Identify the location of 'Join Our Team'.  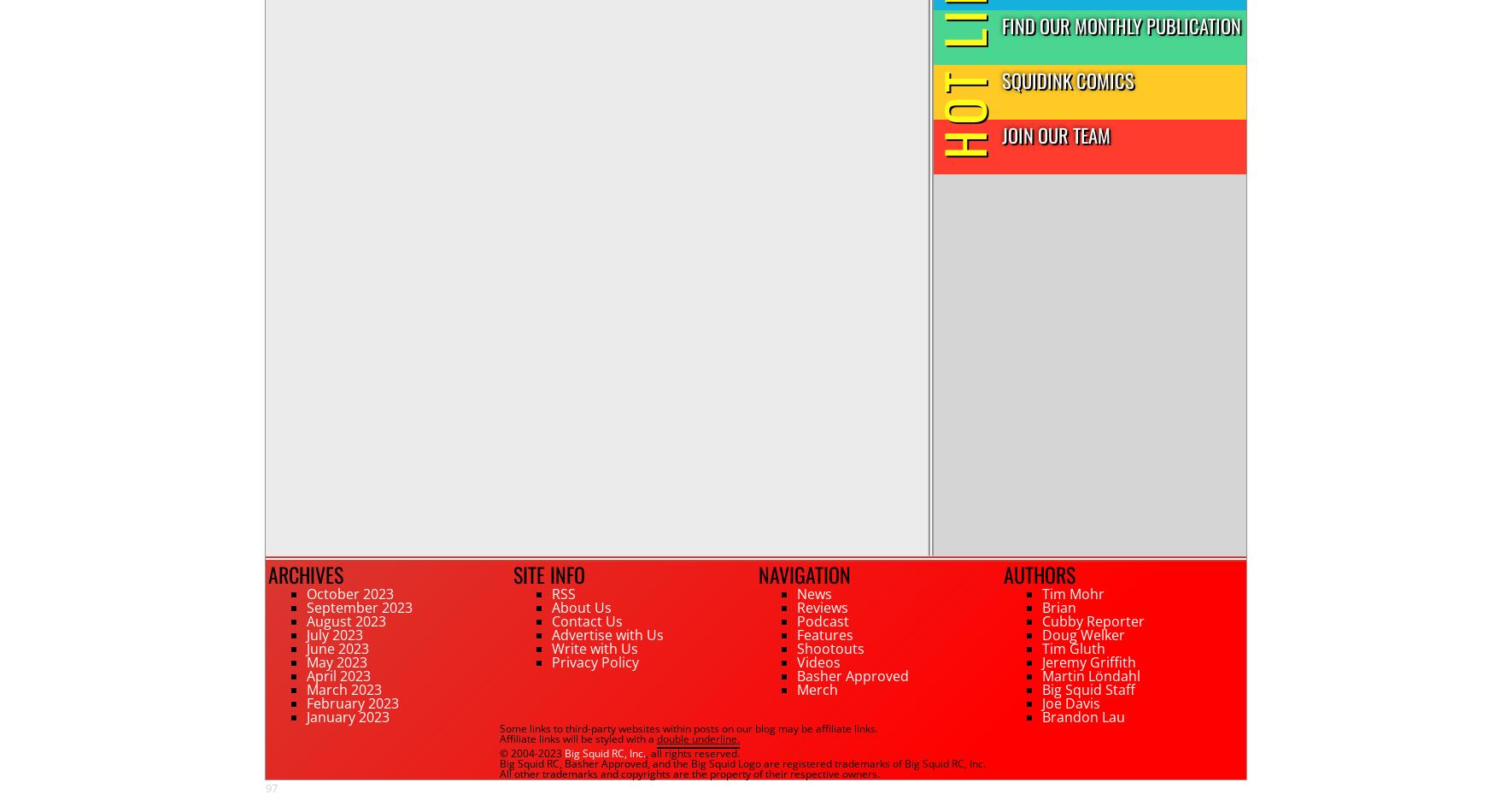
(1055, 133).